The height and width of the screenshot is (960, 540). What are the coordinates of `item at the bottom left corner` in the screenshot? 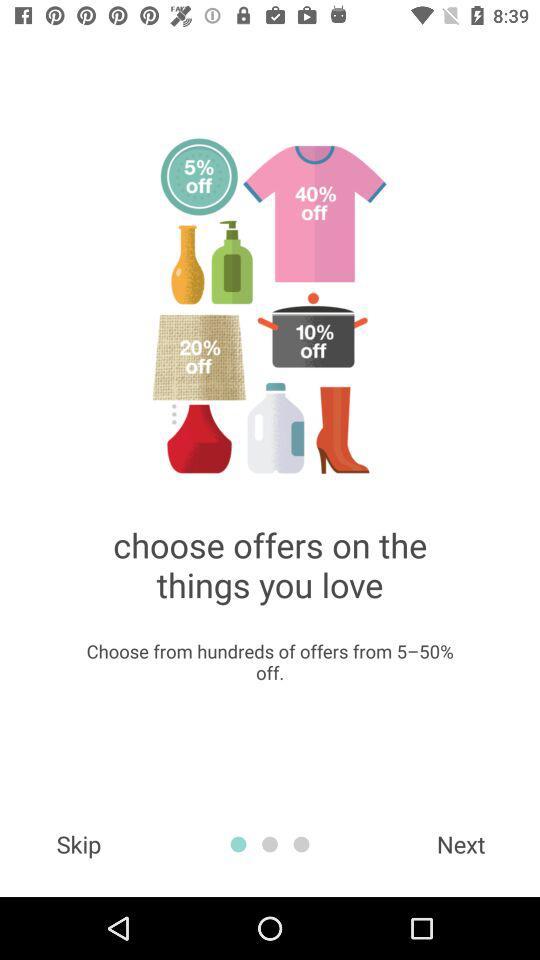 It's located at (77, 843).